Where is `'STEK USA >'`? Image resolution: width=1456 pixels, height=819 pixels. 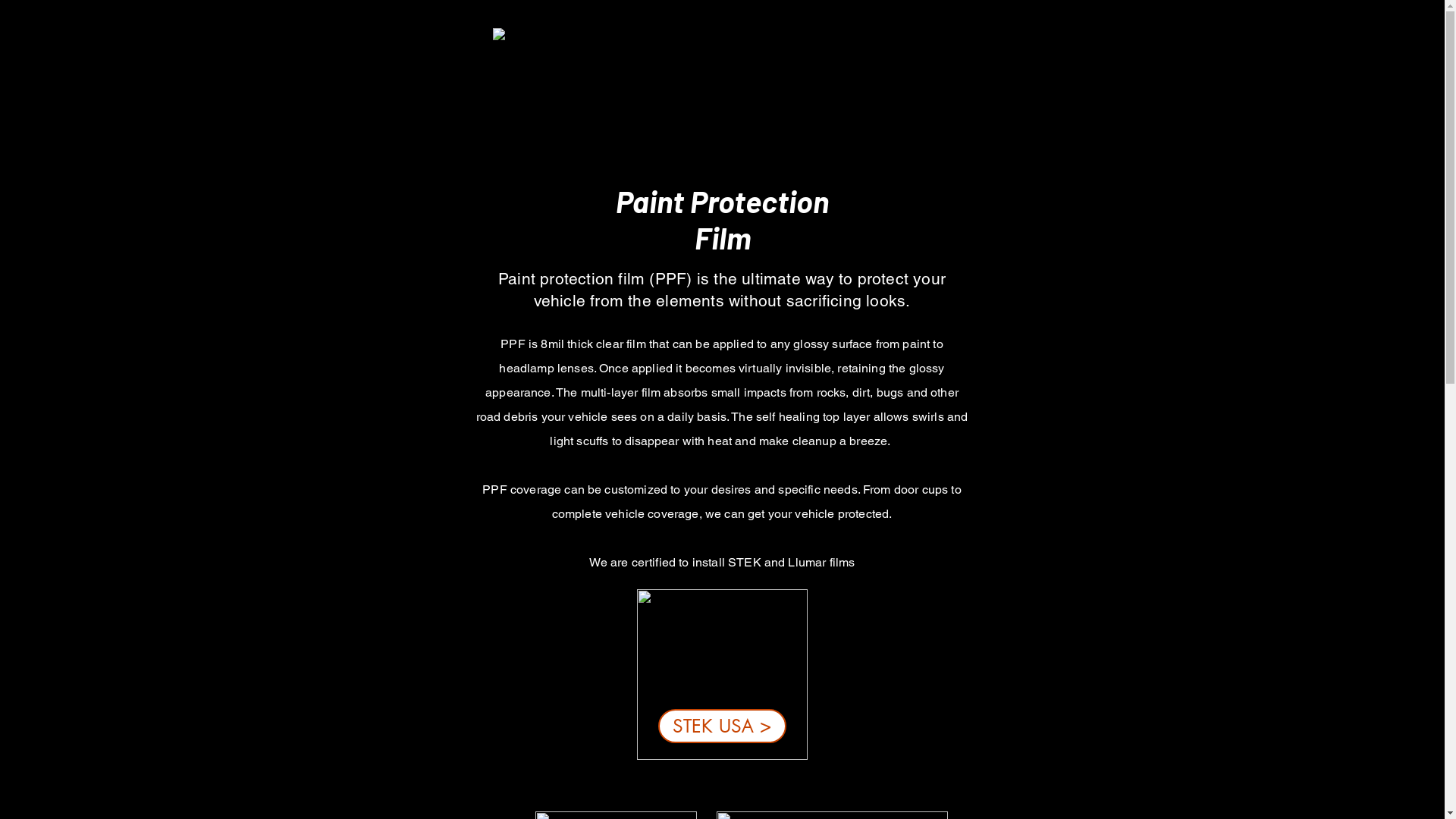
'STEK USA >' is located at coordinates (721, 725).